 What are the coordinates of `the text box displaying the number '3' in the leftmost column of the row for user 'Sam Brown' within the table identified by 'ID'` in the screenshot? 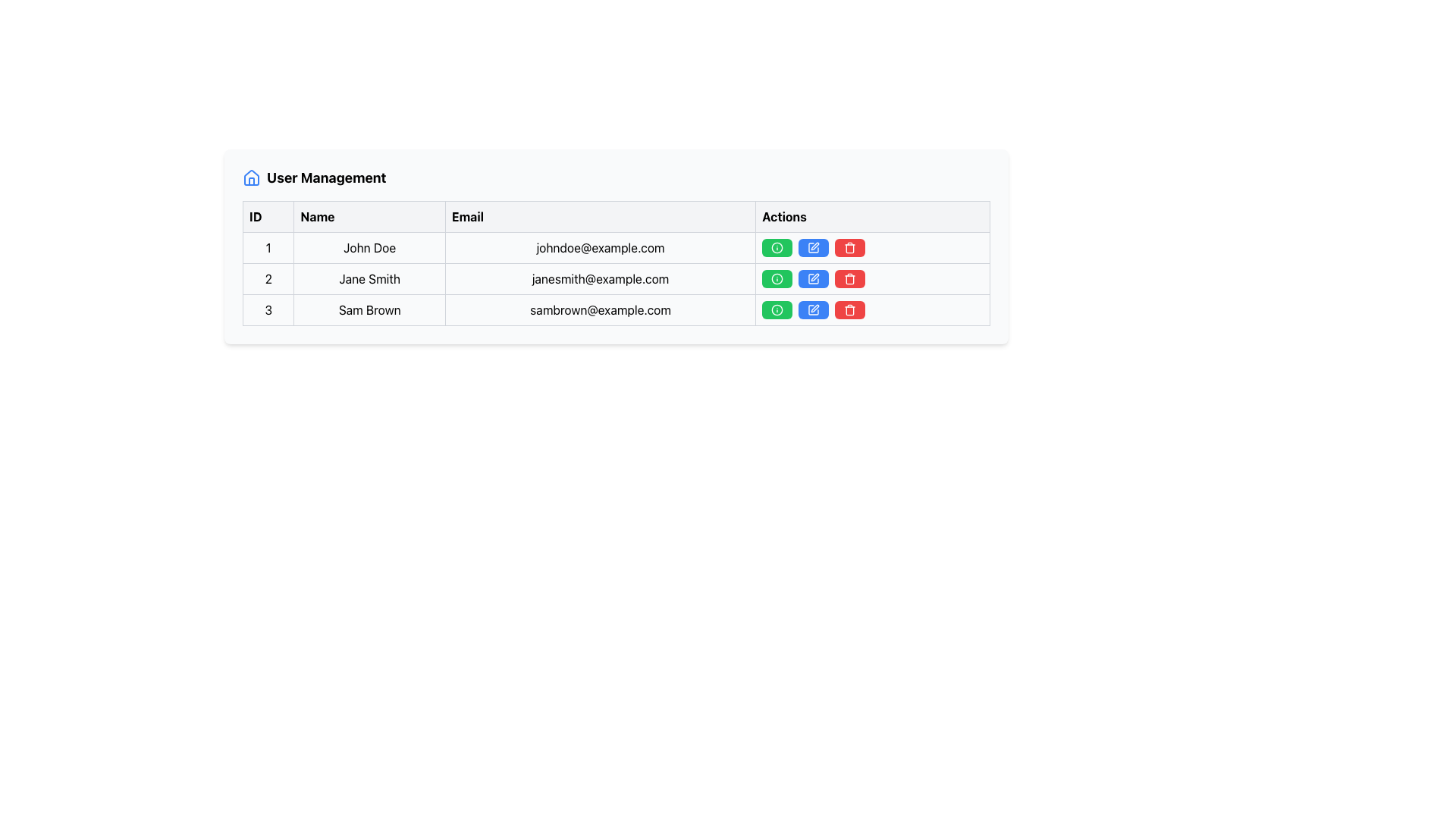 It's located at (268, 309).